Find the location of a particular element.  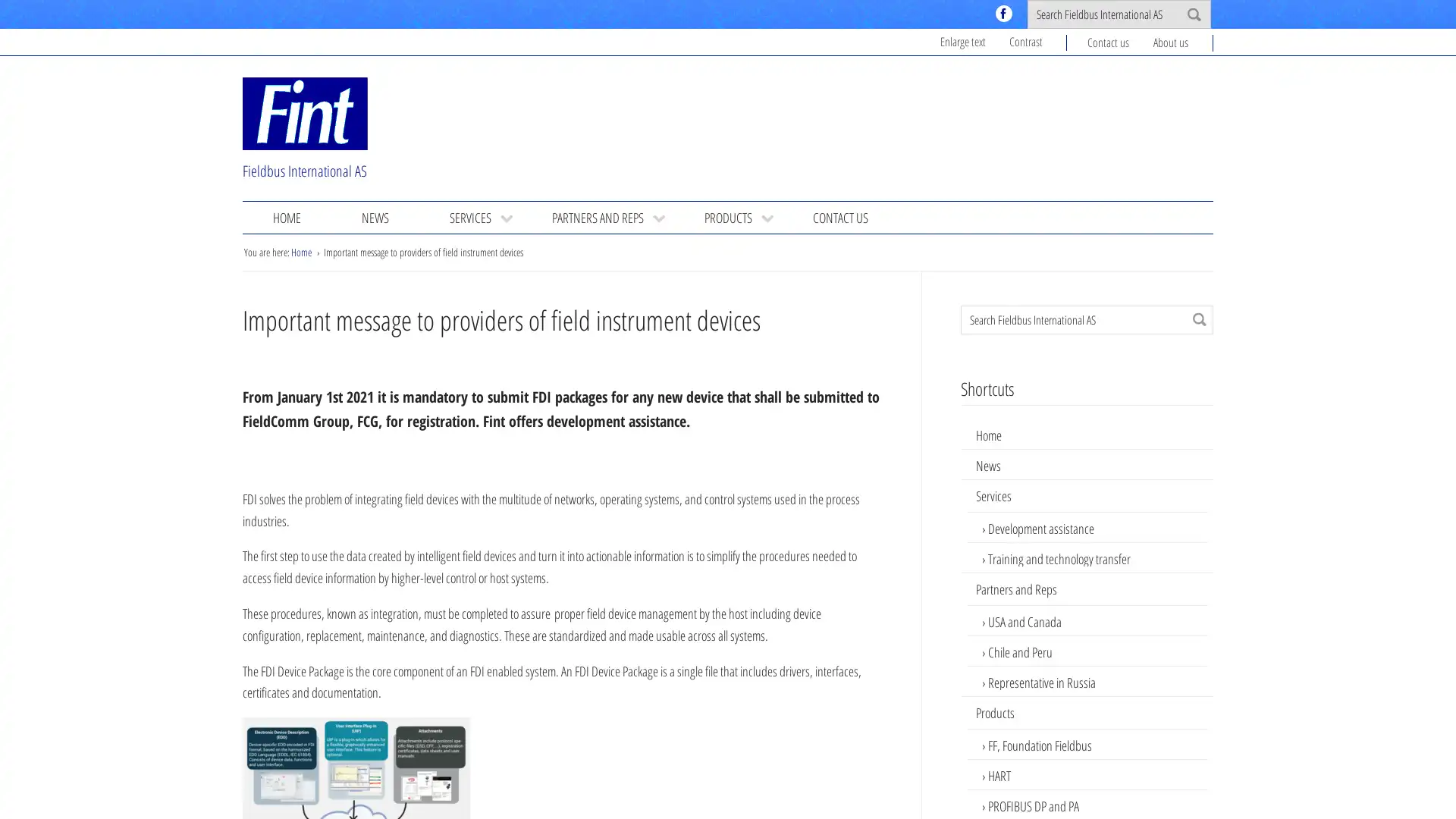

Search is located at coordinates (1199, 318).